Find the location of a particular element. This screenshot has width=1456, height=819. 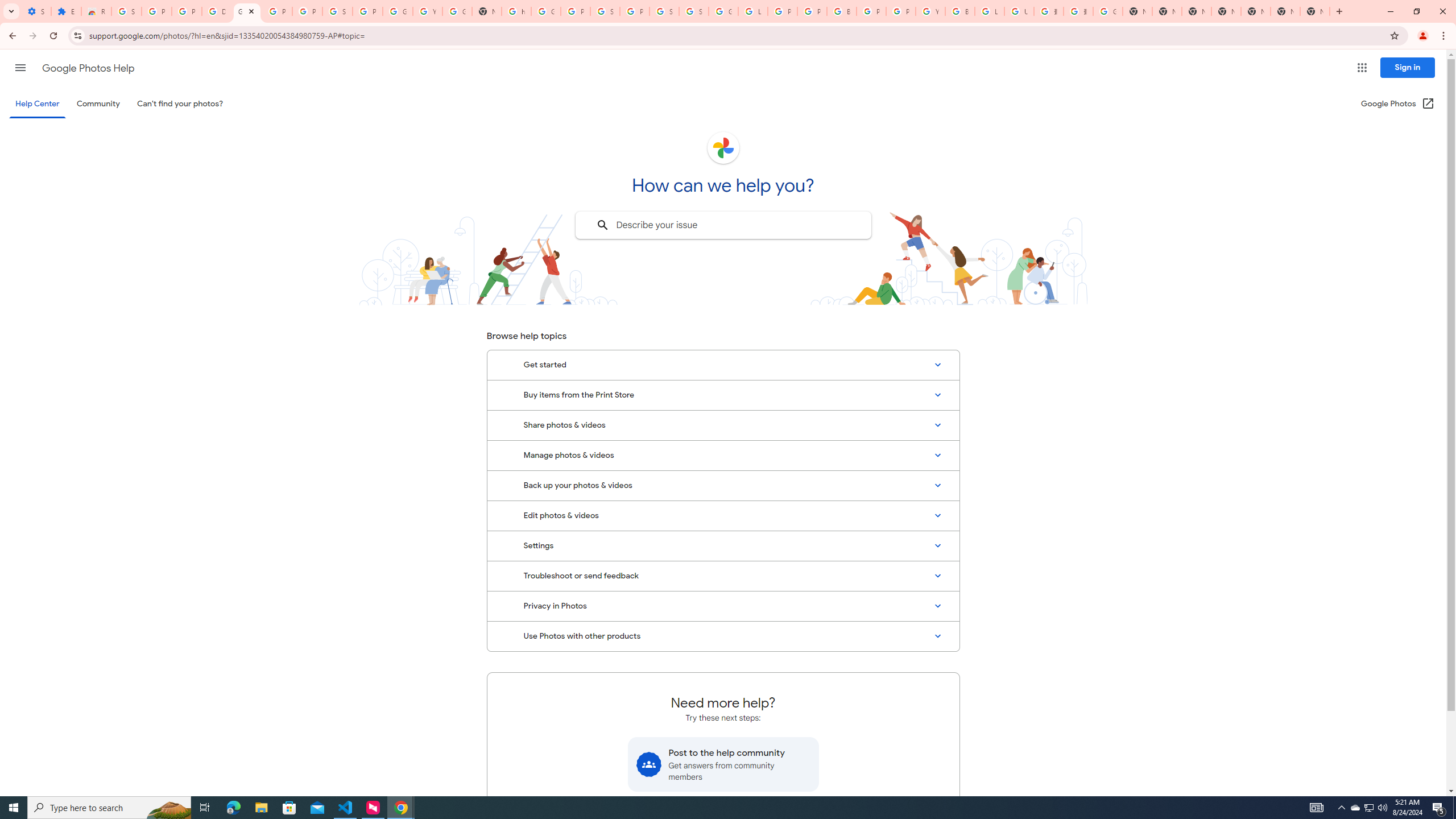

'Share photos & videos' is located at coordinates (723, 425).